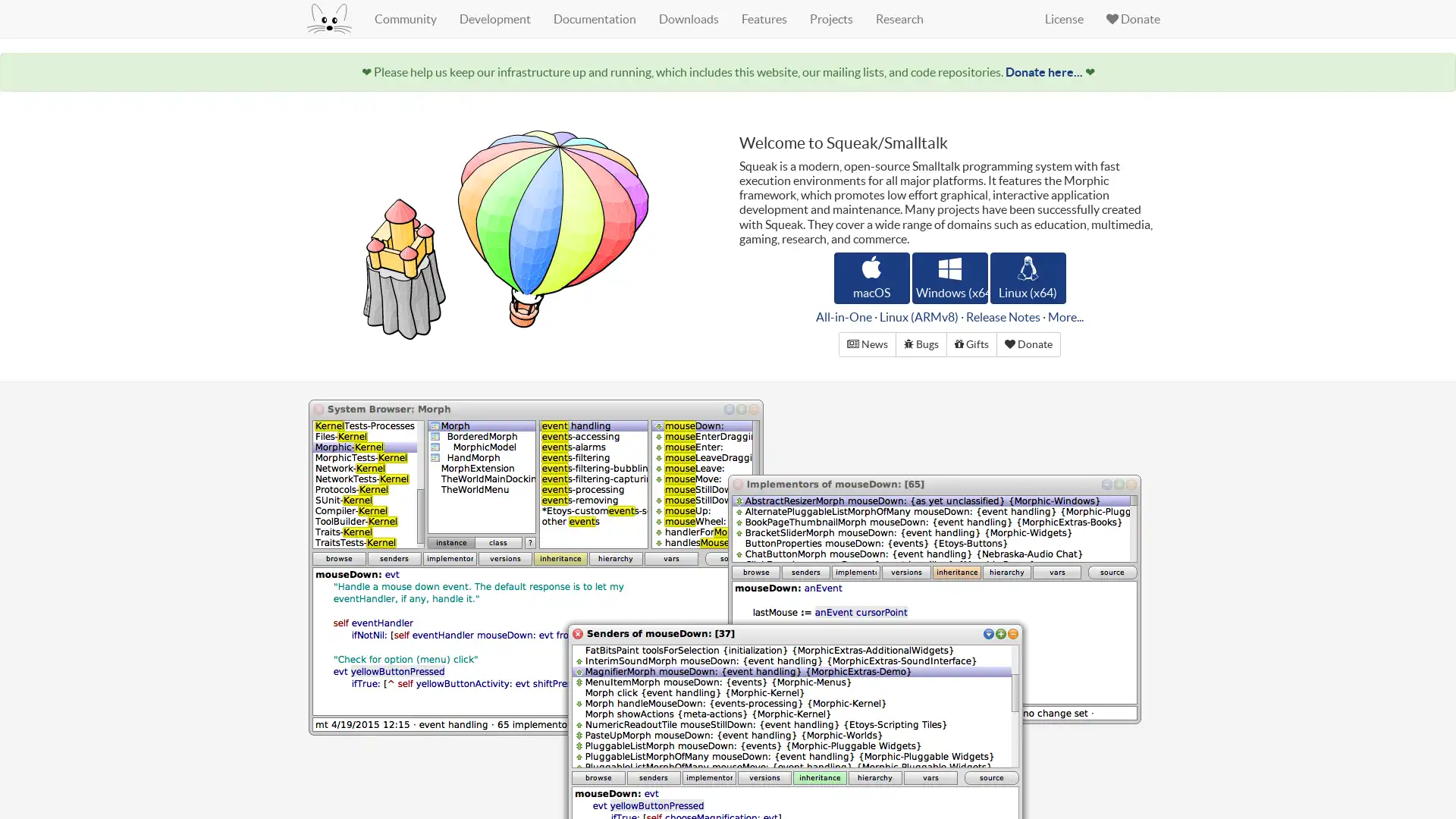 The image size is (1456, 819). Describe the element at coordinates (871, 278) in the screenshot. I see `macOS` at that location.